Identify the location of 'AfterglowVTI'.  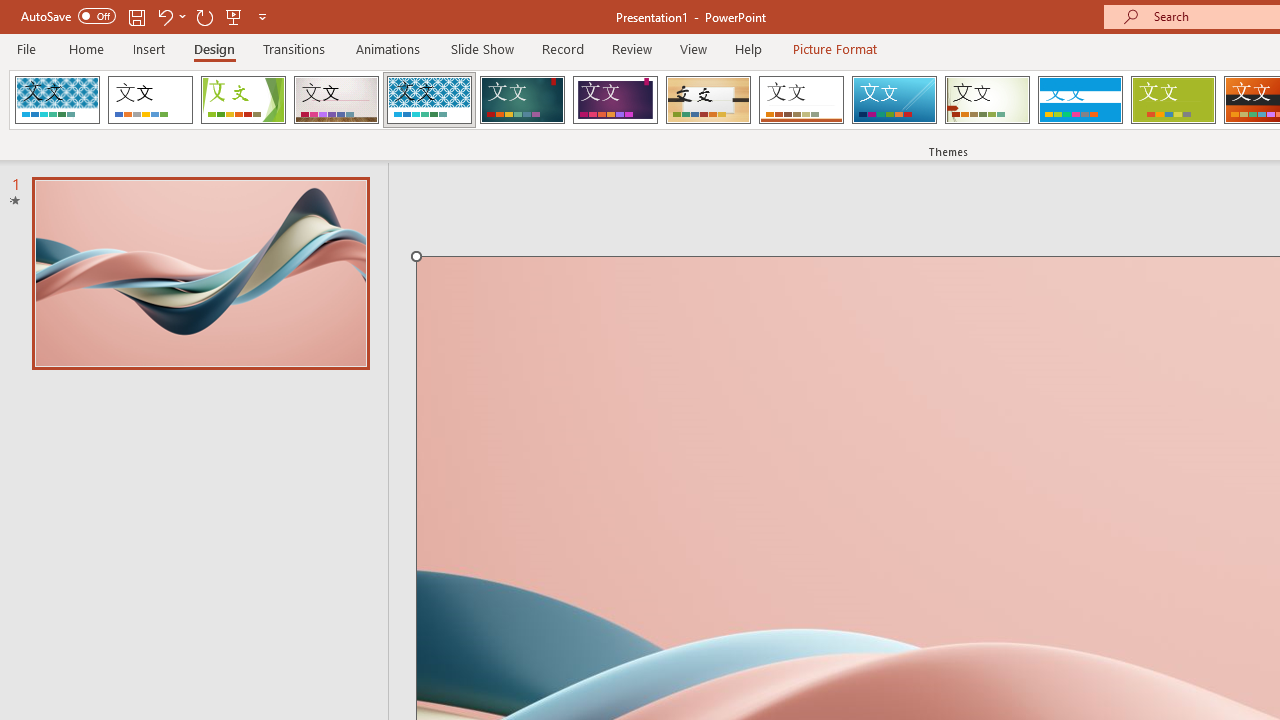
(57, 100).